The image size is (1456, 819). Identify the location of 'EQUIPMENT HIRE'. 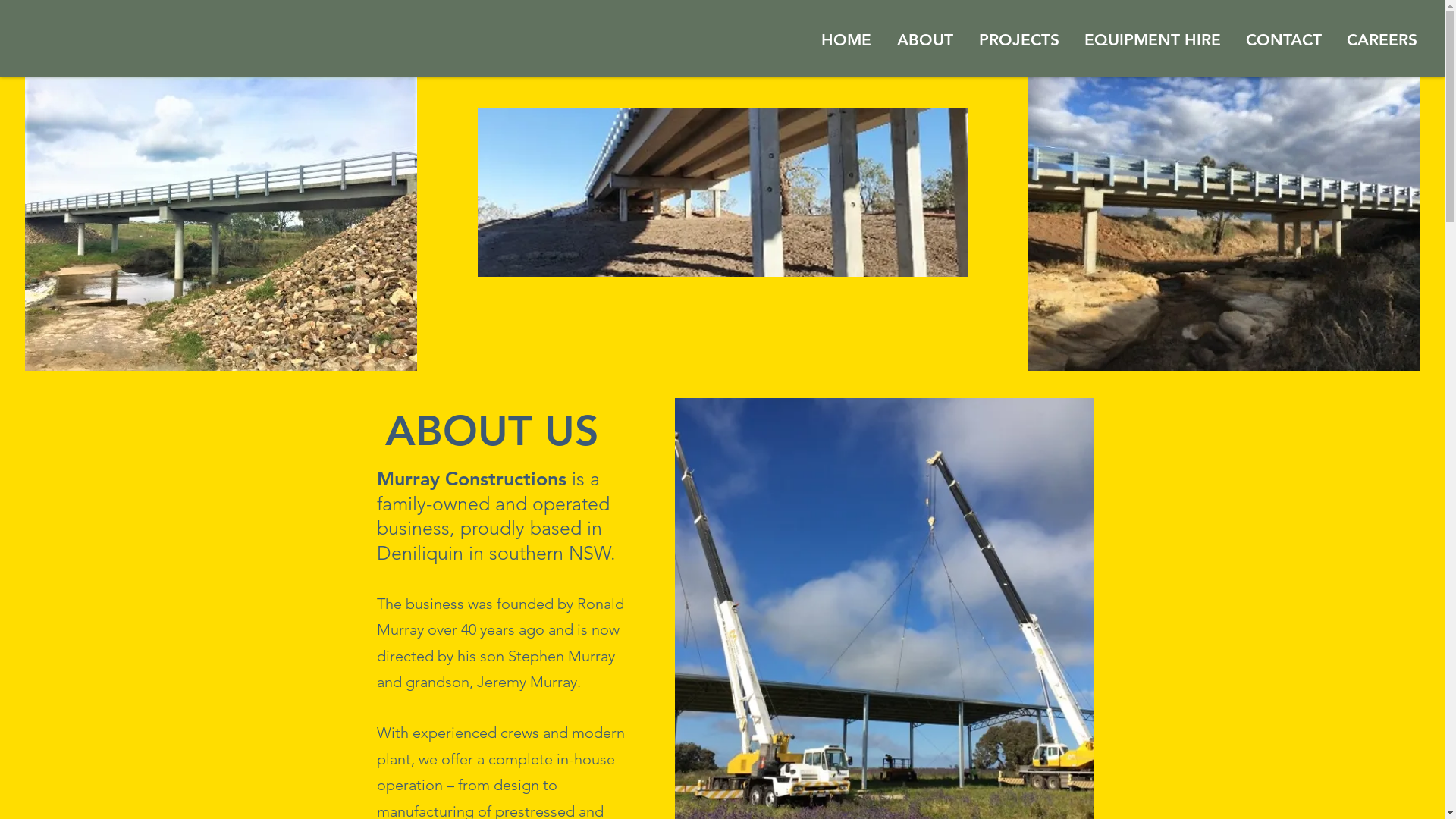
(1152, 39).